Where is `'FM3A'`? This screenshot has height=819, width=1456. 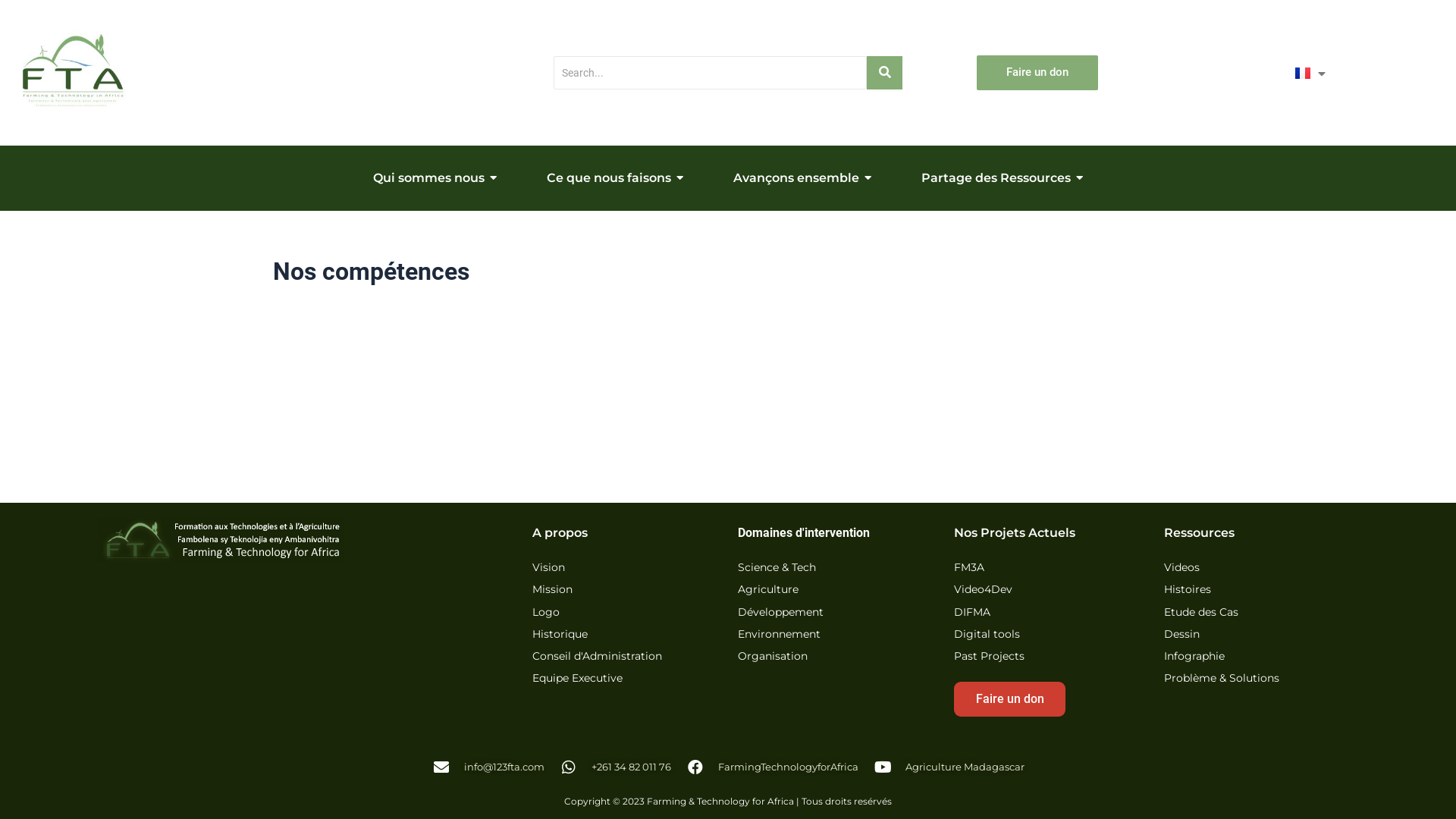 'FM3A' is located at coordinates (968, 568).